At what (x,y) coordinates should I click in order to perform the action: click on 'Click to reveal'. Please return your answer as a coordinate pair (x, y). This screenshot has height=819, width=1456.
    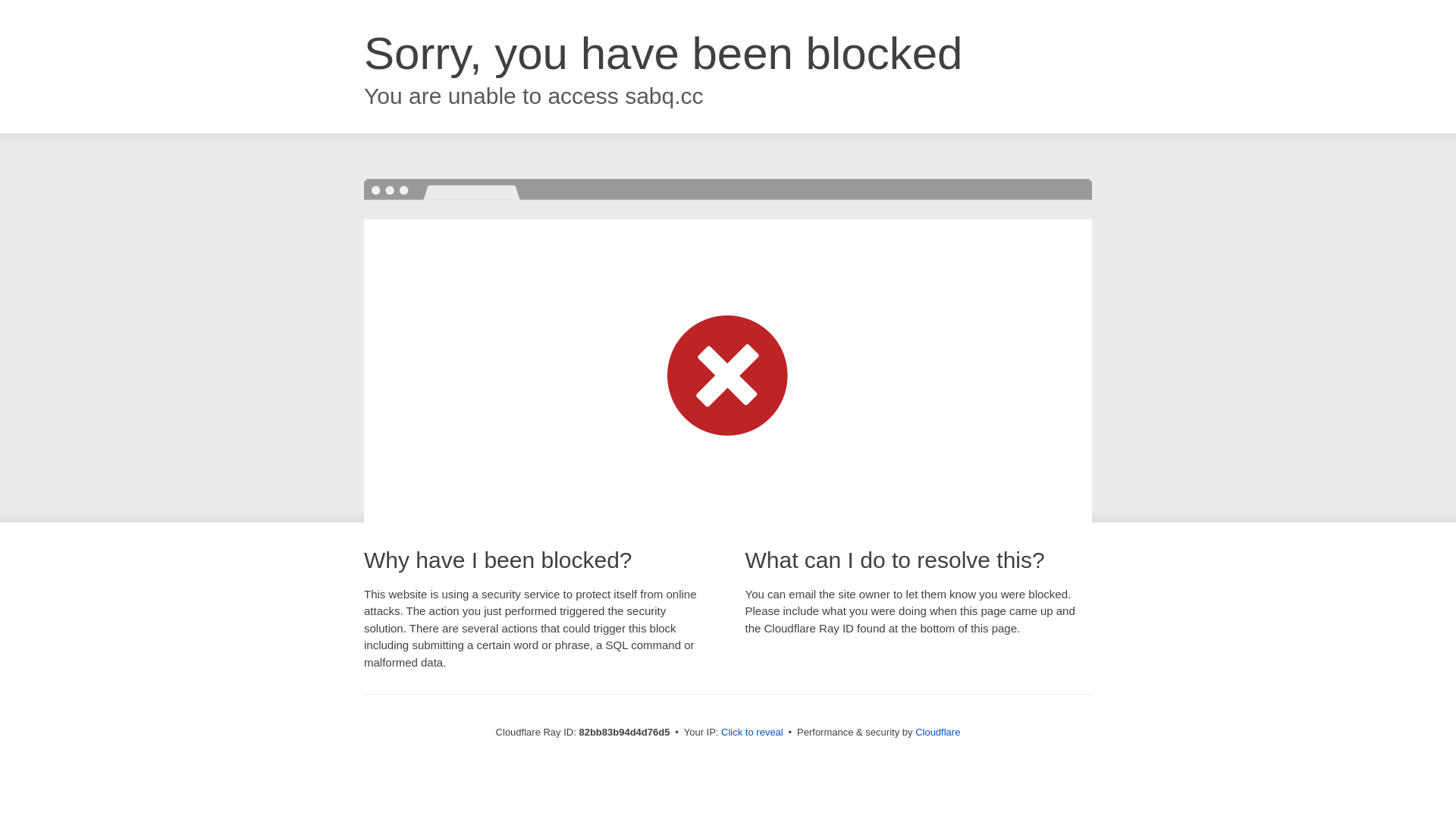
    Looking at the image, I should click on (752, 731).